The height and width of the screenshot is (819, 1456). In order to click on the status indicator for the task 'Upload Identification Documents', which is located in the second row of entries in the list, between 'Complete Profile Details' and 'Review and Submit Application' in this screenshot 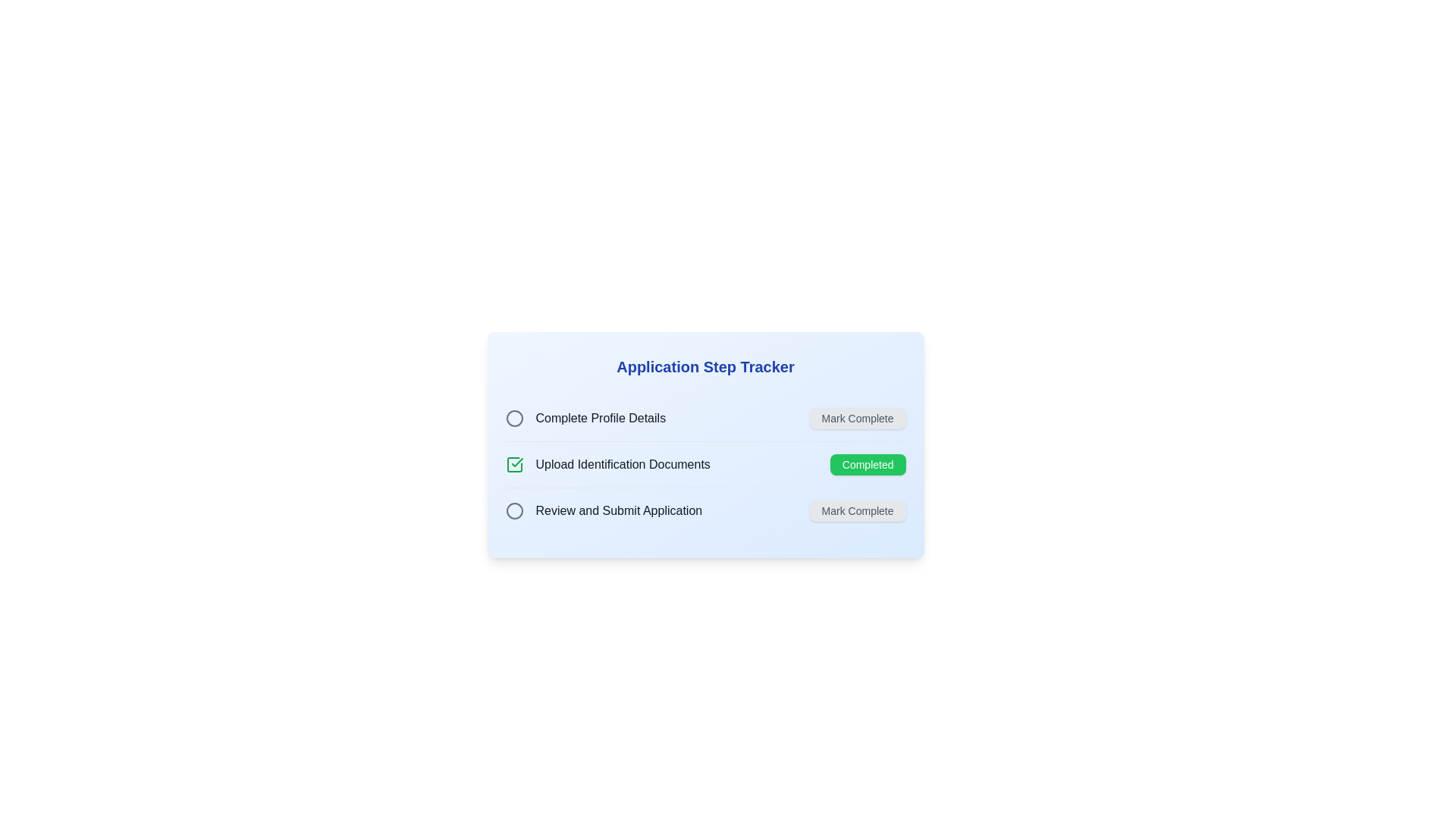, I will do `click(514, 464)`.